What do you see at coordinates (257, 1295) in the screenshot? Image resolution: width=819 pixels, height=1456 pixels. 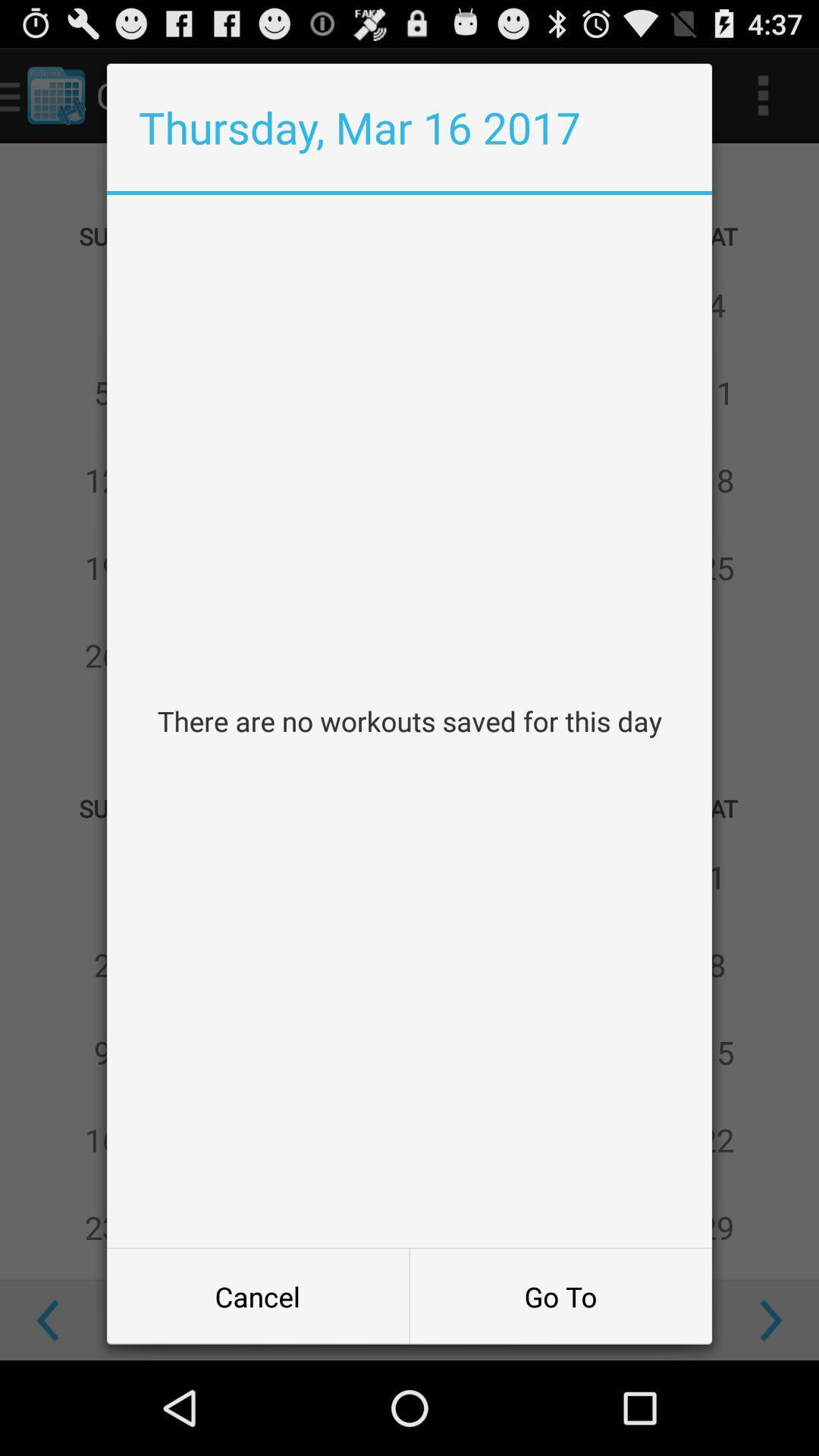 I see `icon to the left of go to item` at bounding box center [257, 1295].